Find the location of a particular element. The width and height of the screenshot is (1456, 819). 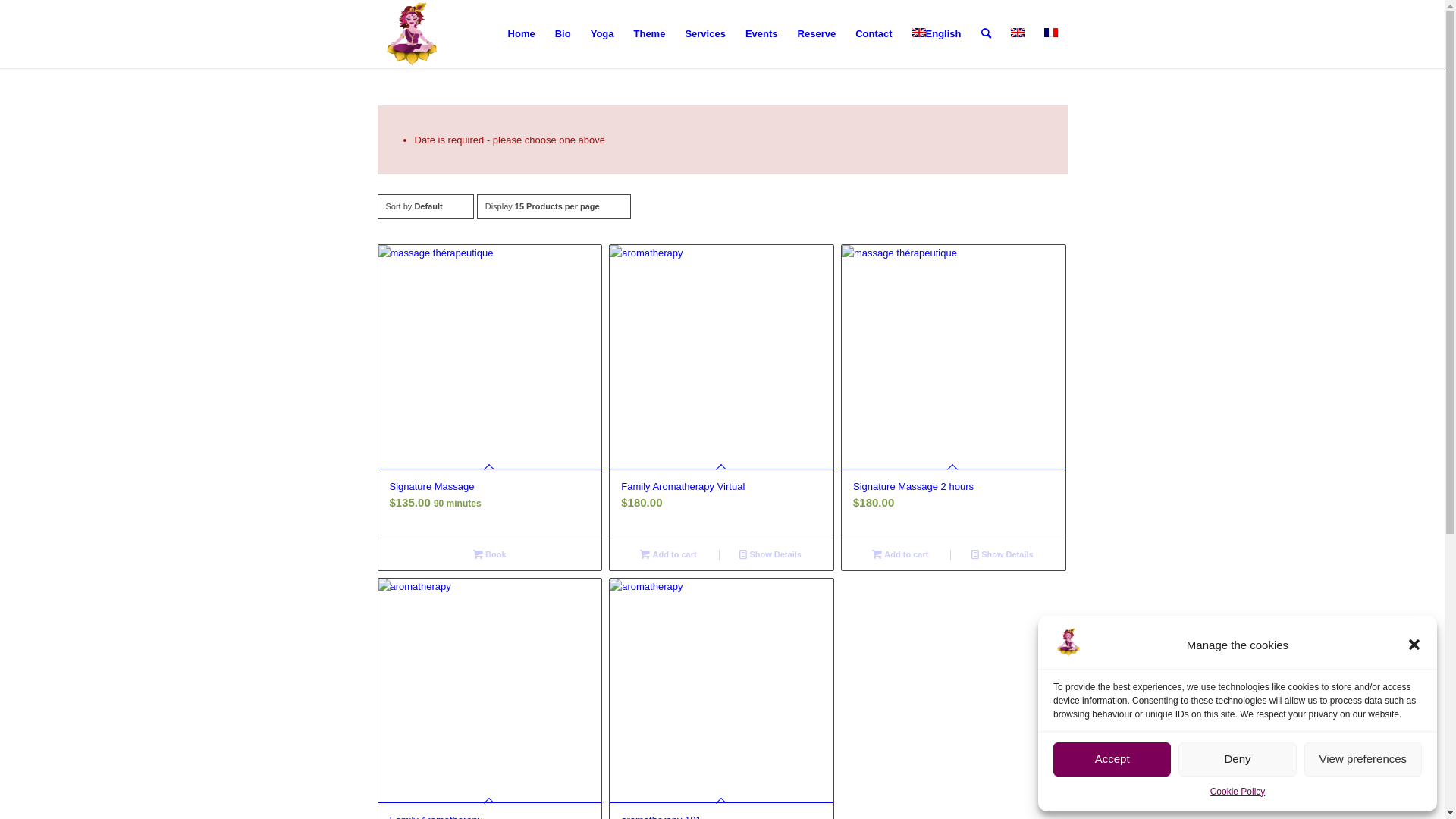

'Bio' is located at coordinates (562, 34).